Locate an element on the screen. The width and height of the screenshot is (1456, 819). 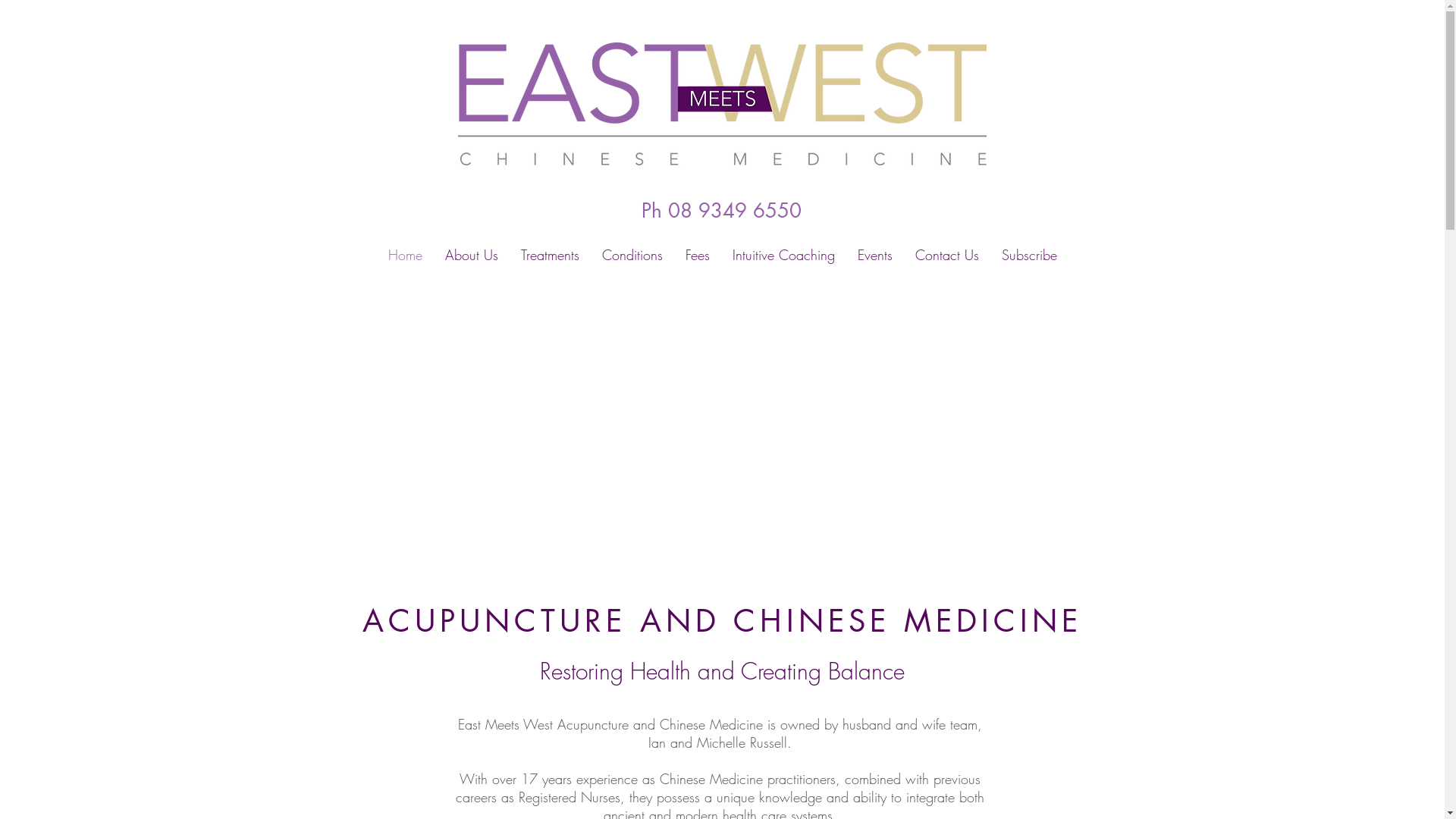
'Intuitive Coaching' is located at coordinates (783, 253).